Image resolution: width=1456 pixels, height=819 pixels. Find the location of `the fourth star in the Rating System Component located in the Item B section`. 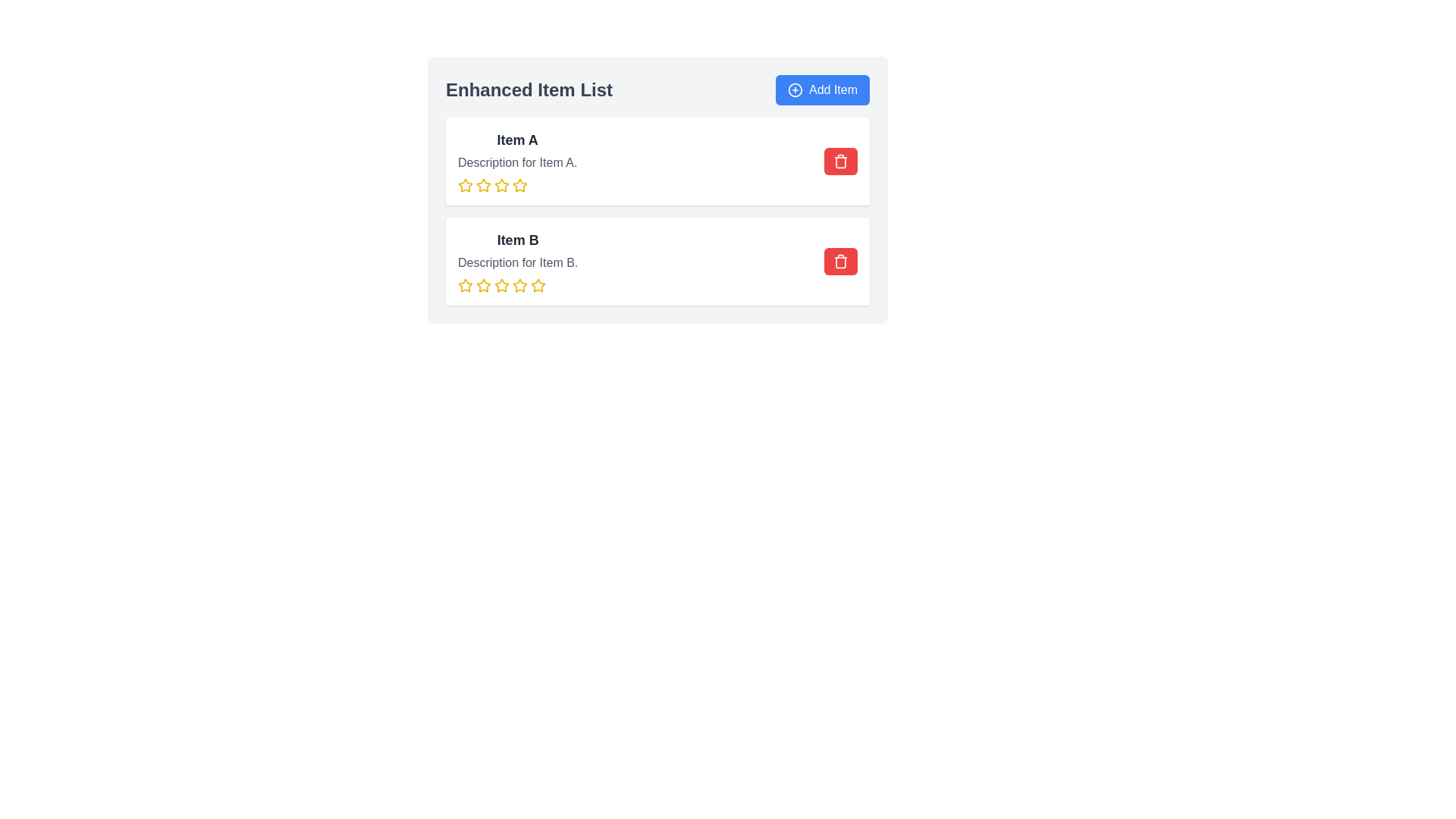

the fourth star in the Rating System Component located in the Item B section is located at coordinates (518, 286).